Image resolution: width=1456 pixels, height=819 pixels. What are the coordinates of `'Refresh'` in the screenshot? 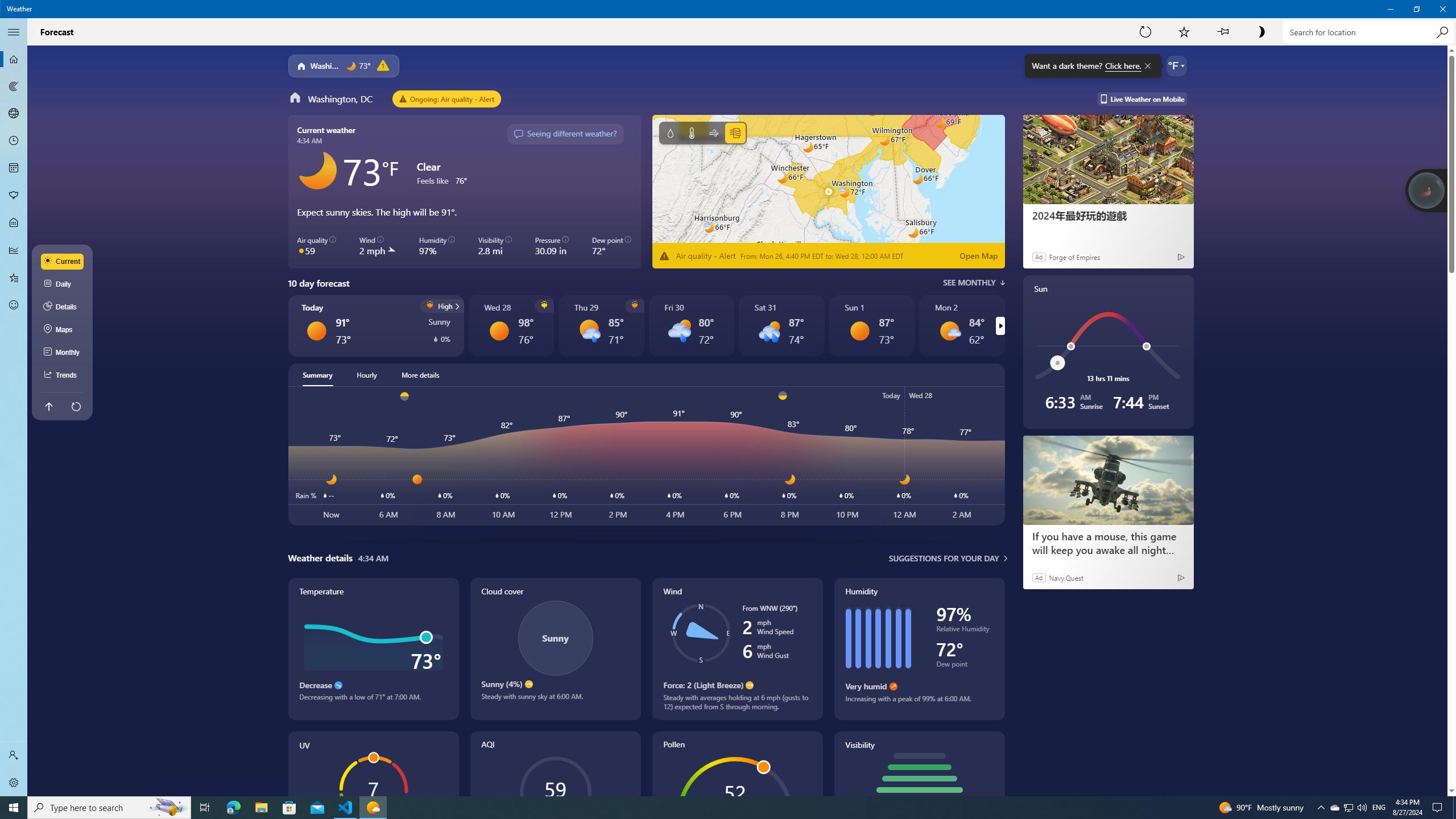 It's located at (1145, 31).